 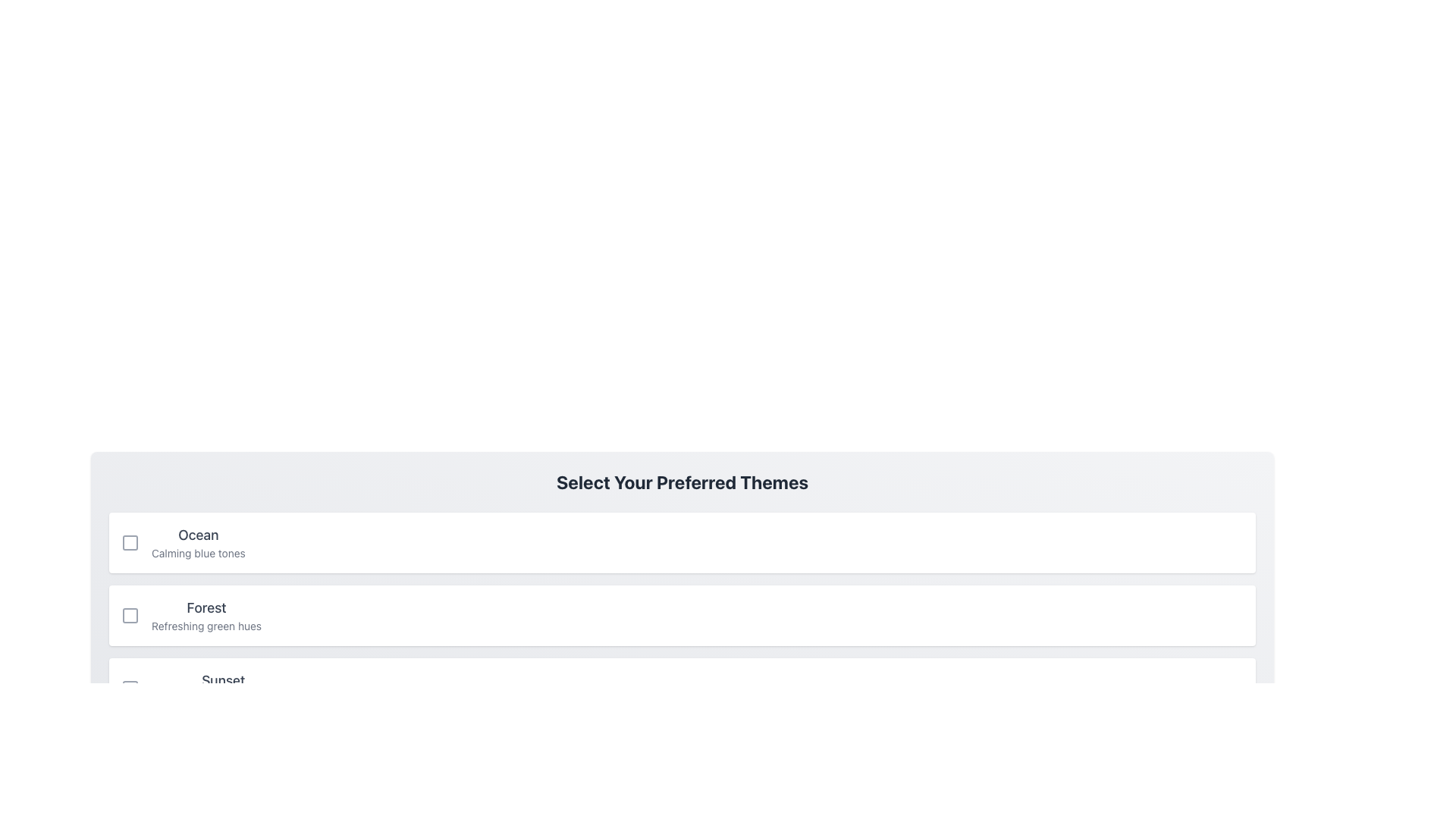 I want to click on the checkbox for the 'Forest' theme option in the selectable list, so click(x=682, y=616).